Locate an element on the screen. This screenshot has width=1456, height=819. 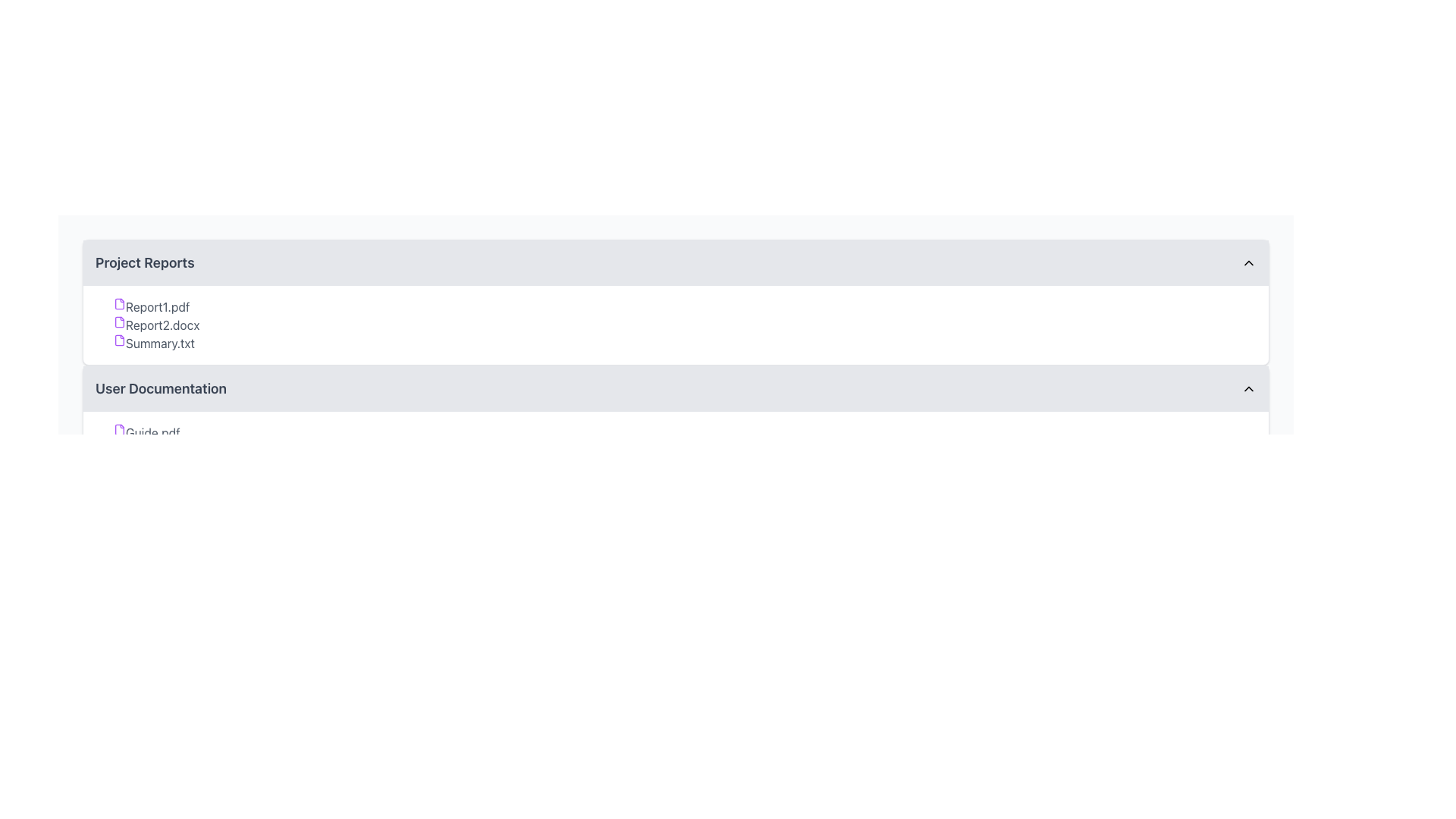
the Chevron Up icon located in the top-right corner of the 'Project Reports' section is located at coordinates (1248, 262).